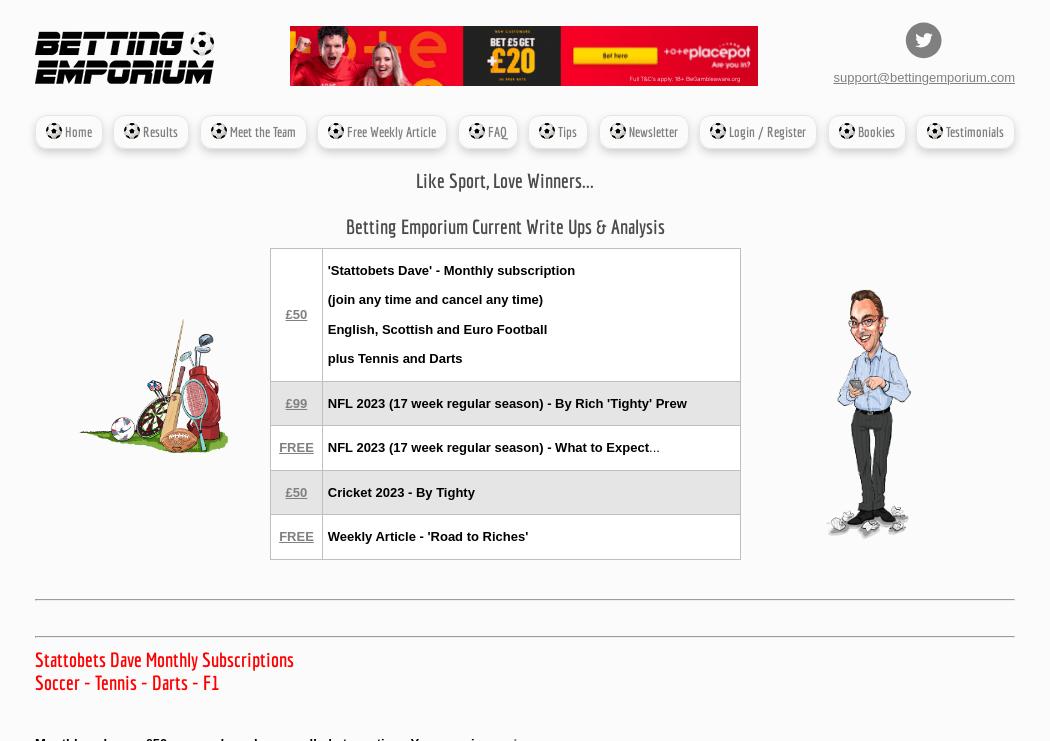  I want to click on 'Newsletter', so click(628, 130).